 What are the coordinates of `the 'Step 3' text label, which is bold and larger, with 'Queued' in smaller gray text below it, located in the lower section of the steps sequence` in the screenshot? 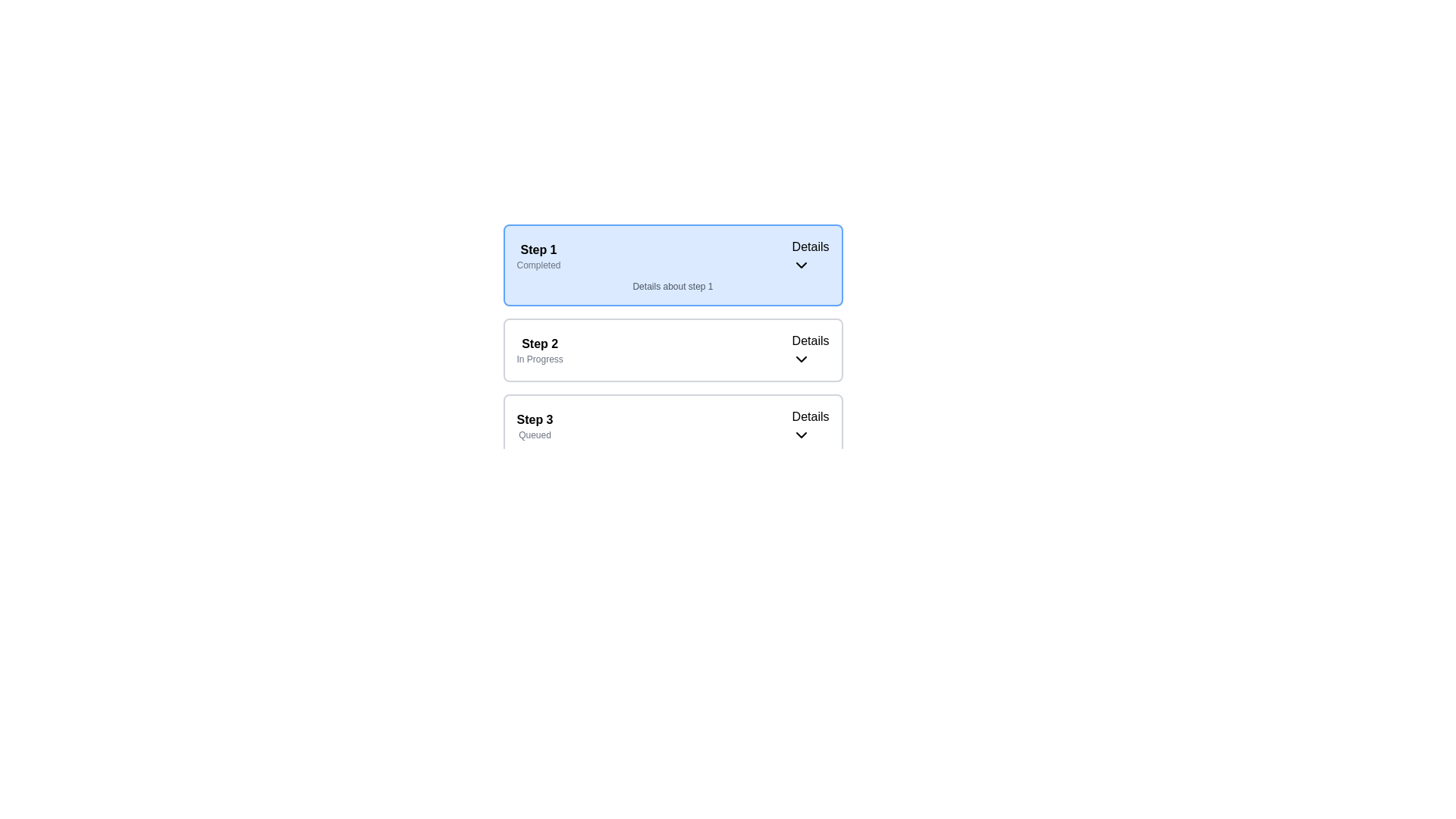 It's located at (535, 426).